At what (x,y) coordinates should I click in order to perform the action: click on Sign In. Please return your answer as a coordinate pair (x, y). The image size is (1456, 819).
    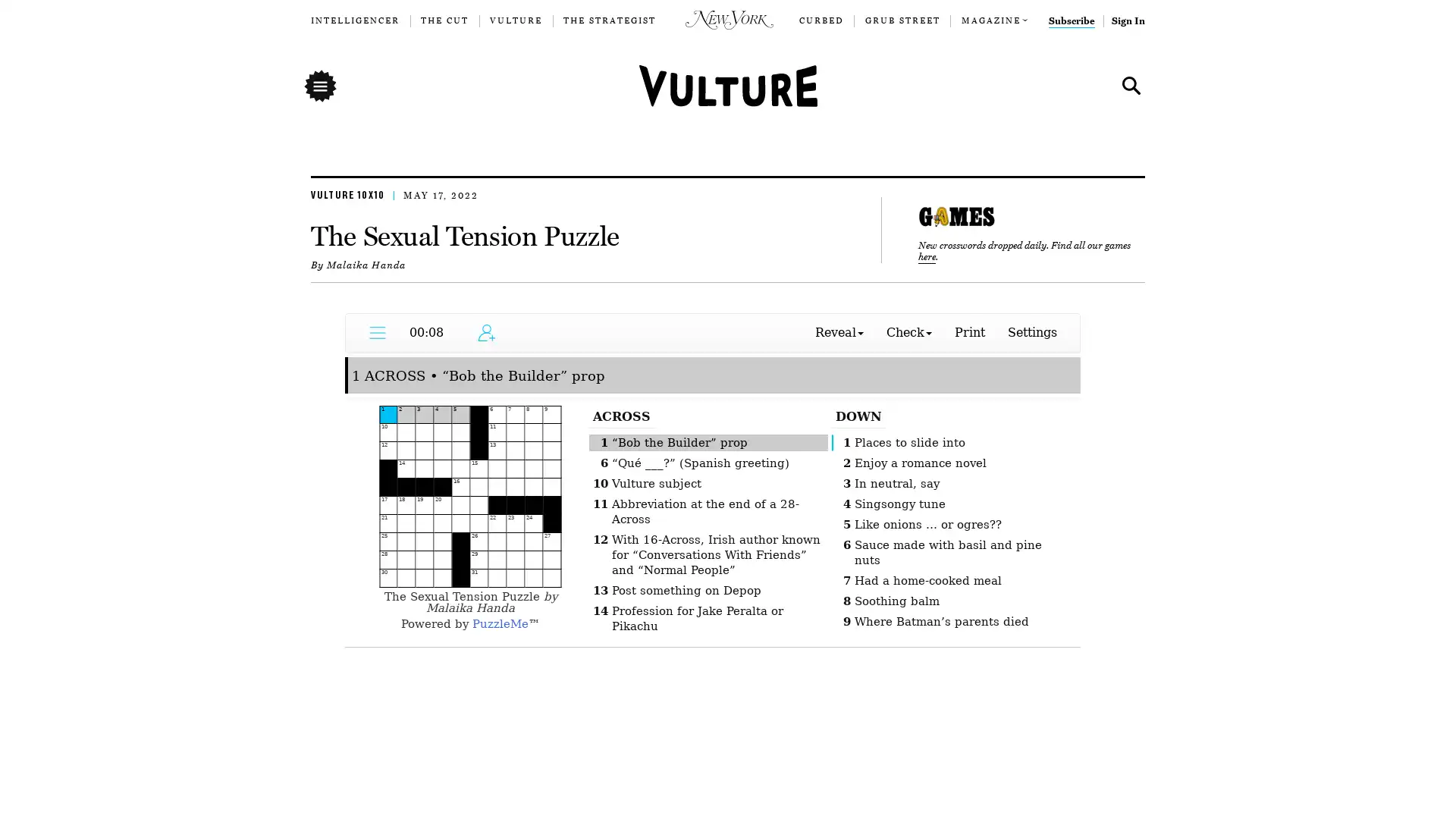
    Looking at the image, I should click on (1128, 20).